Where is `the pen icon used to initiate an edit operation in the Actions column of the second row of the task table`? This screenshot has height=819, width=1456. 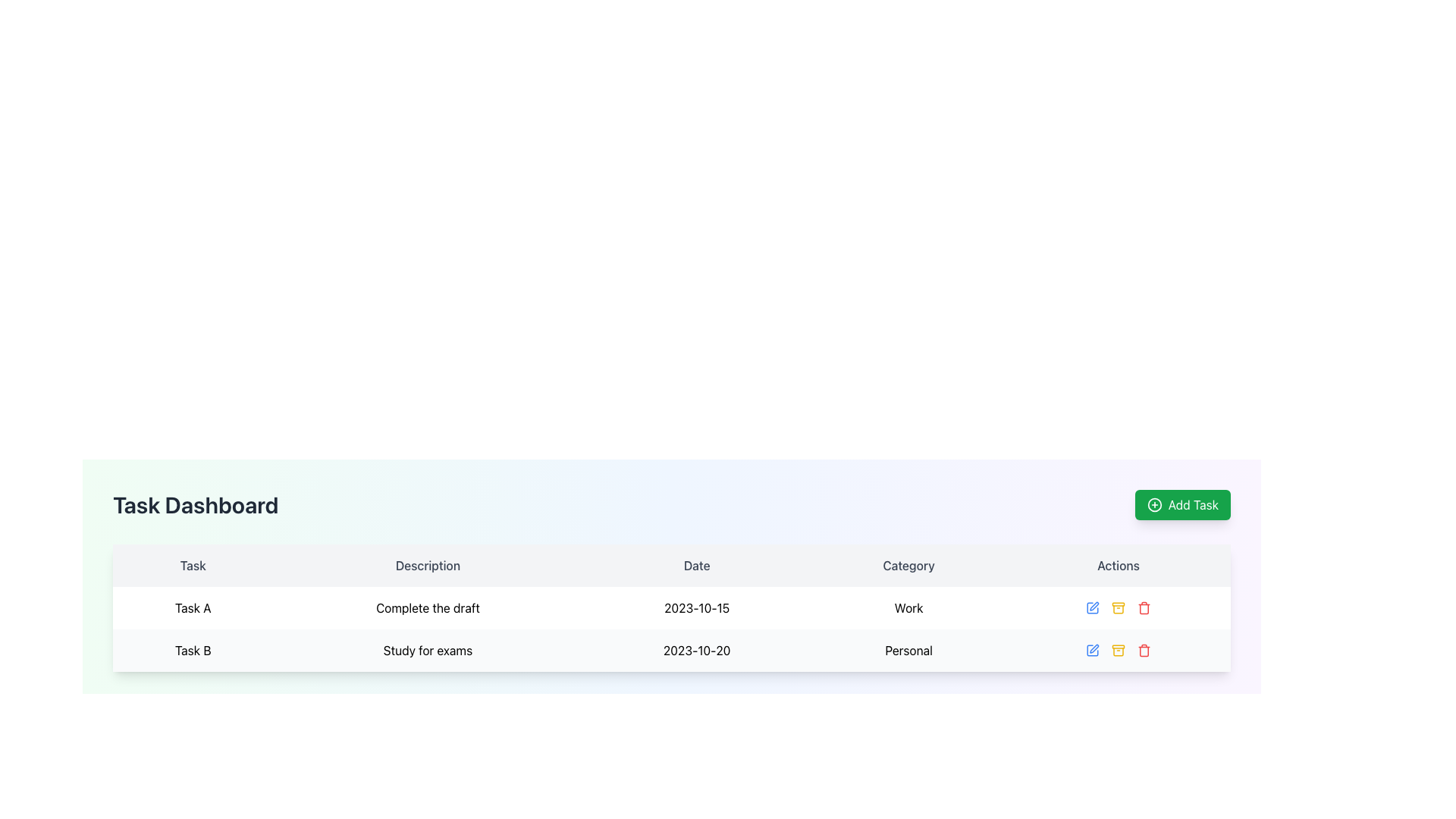 the pen icon used to initiate an edit operation in the Actions column of the second row of the task table is located at coordinates (1094, 605).